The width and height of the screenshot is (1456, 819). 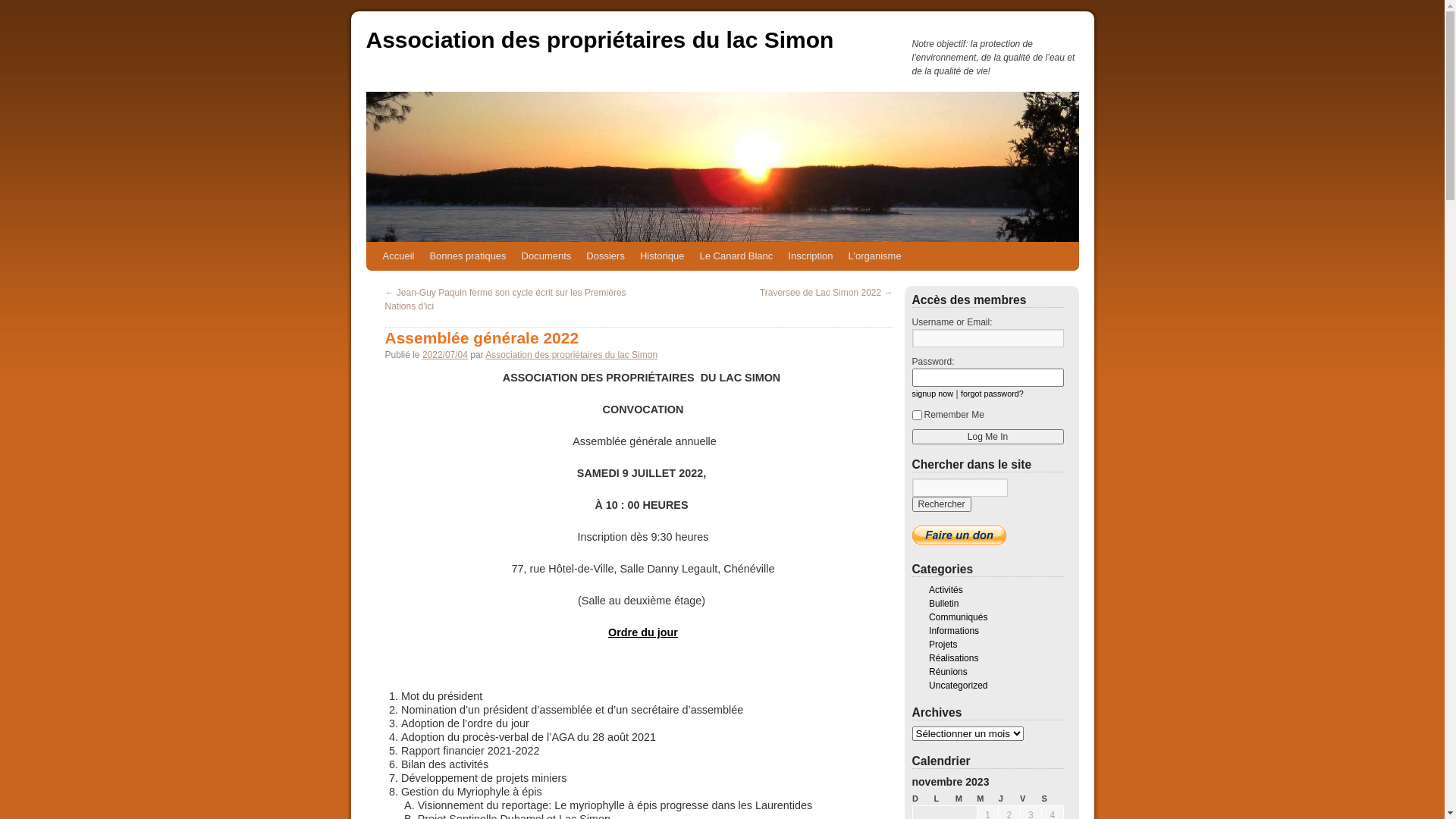 I want to click on 'Password', so click(x=987, y=376).